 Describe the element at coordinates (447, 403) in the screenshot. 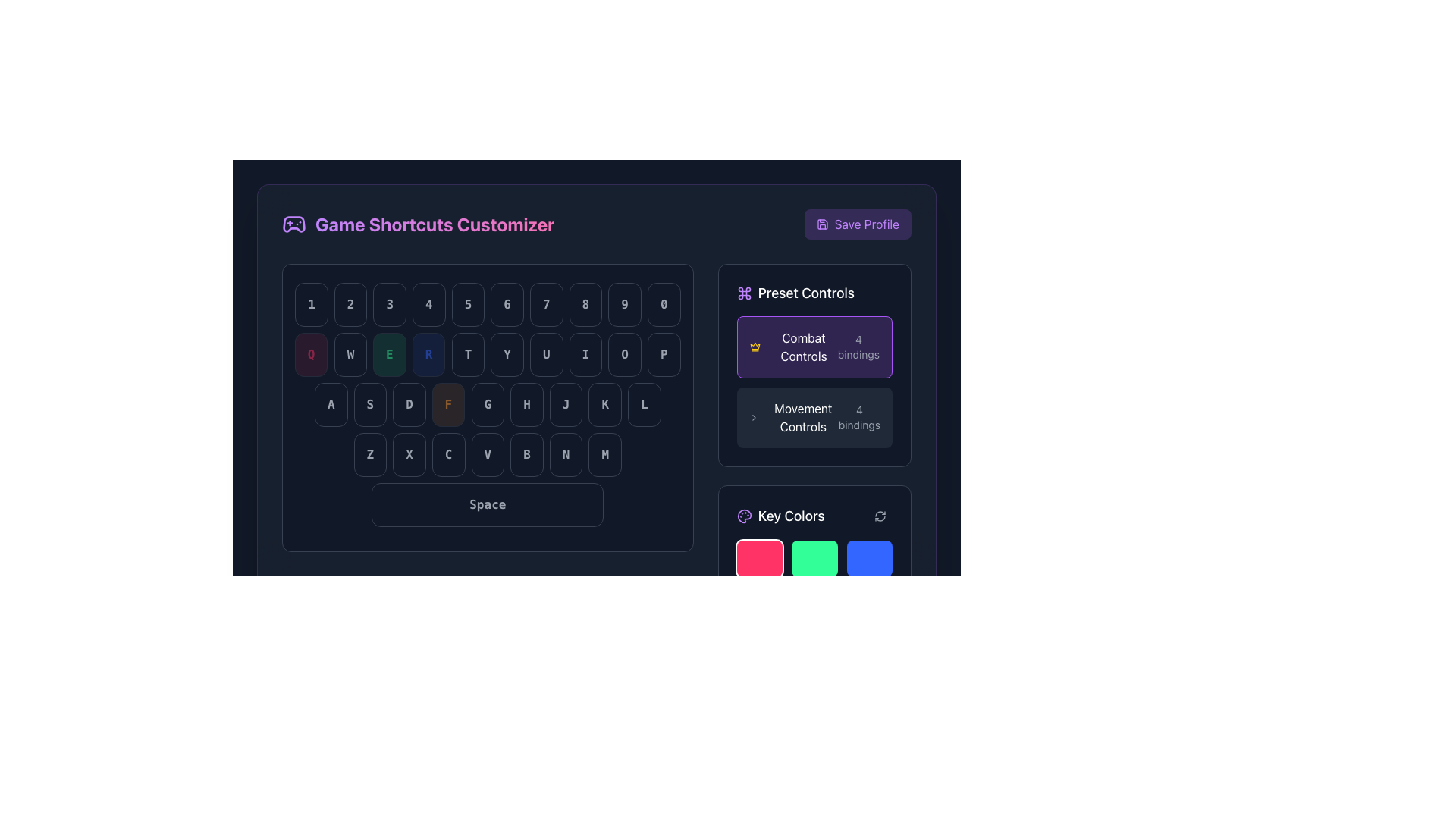

I see `the 'F' key button in the virtual keyboard interface` at that location.